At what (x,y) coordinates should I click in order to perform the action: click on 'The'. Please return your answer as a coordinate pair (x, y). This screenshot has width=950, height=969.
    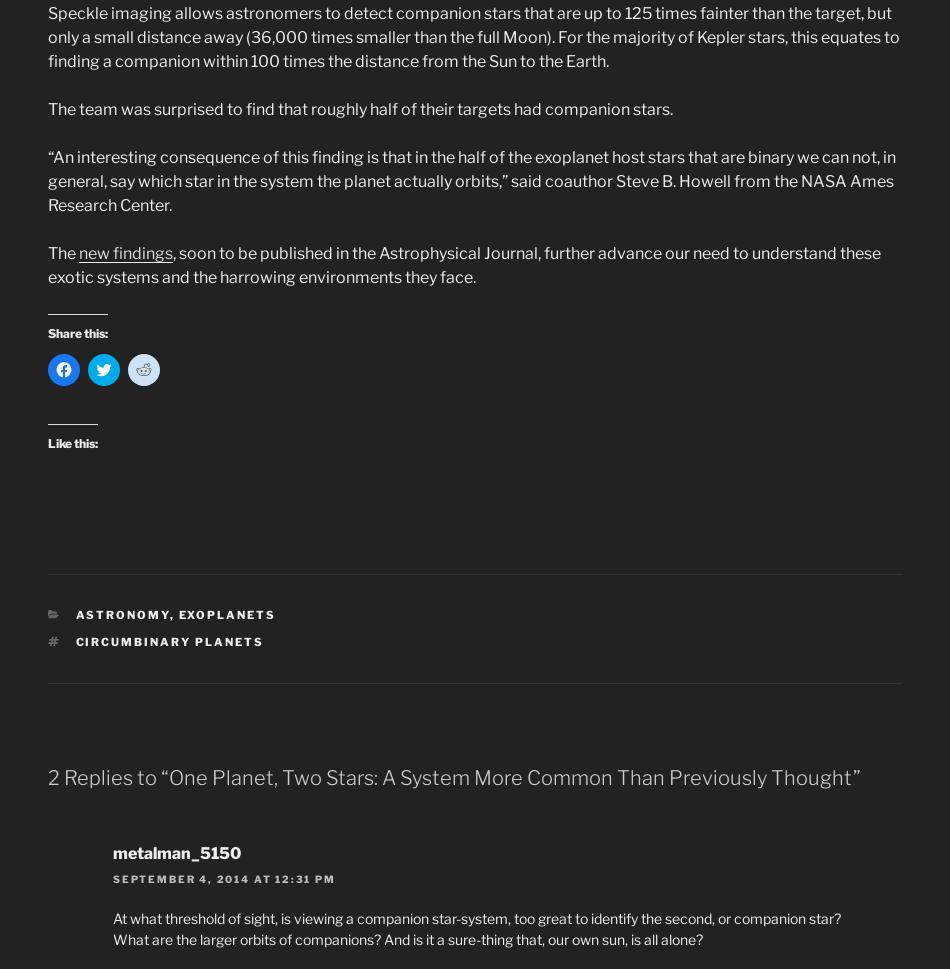
    Looking at the image, I should click on (63, 252).